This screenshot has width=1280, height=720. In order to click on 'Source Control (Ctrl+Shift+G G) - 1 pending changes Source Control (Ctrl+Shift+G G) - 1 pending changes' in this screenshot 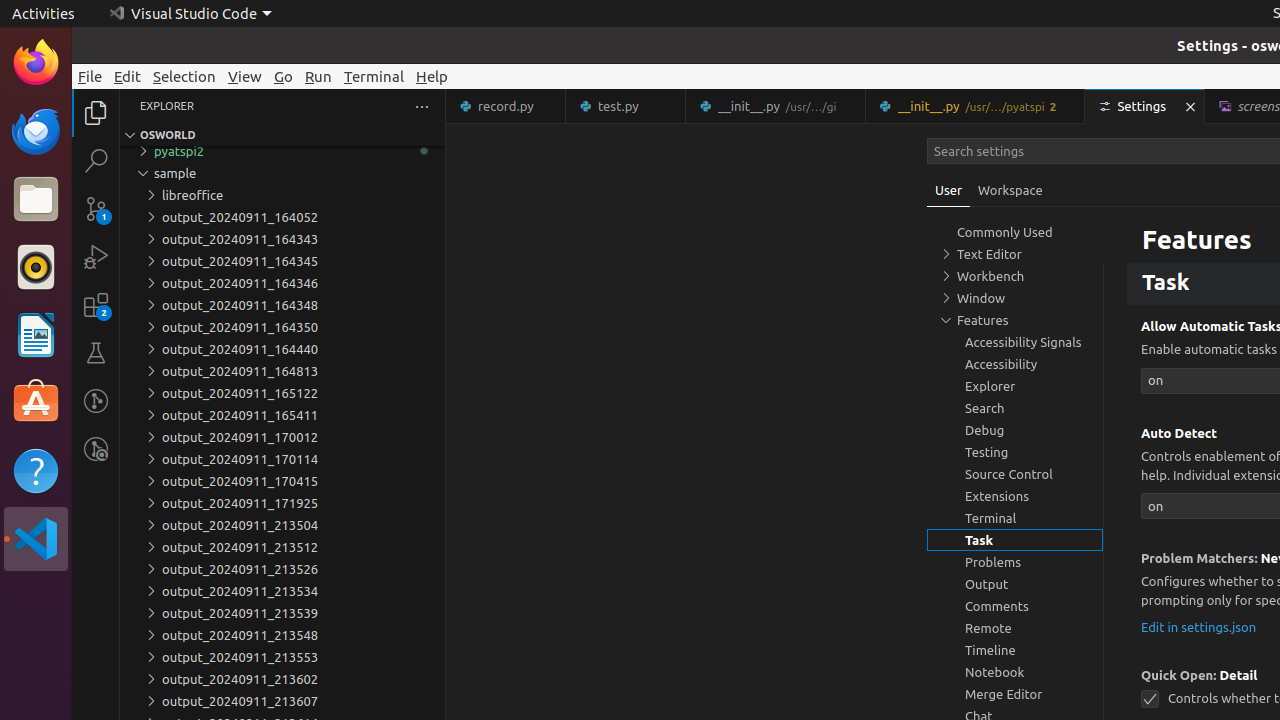, I will do `click(95, 209)`.